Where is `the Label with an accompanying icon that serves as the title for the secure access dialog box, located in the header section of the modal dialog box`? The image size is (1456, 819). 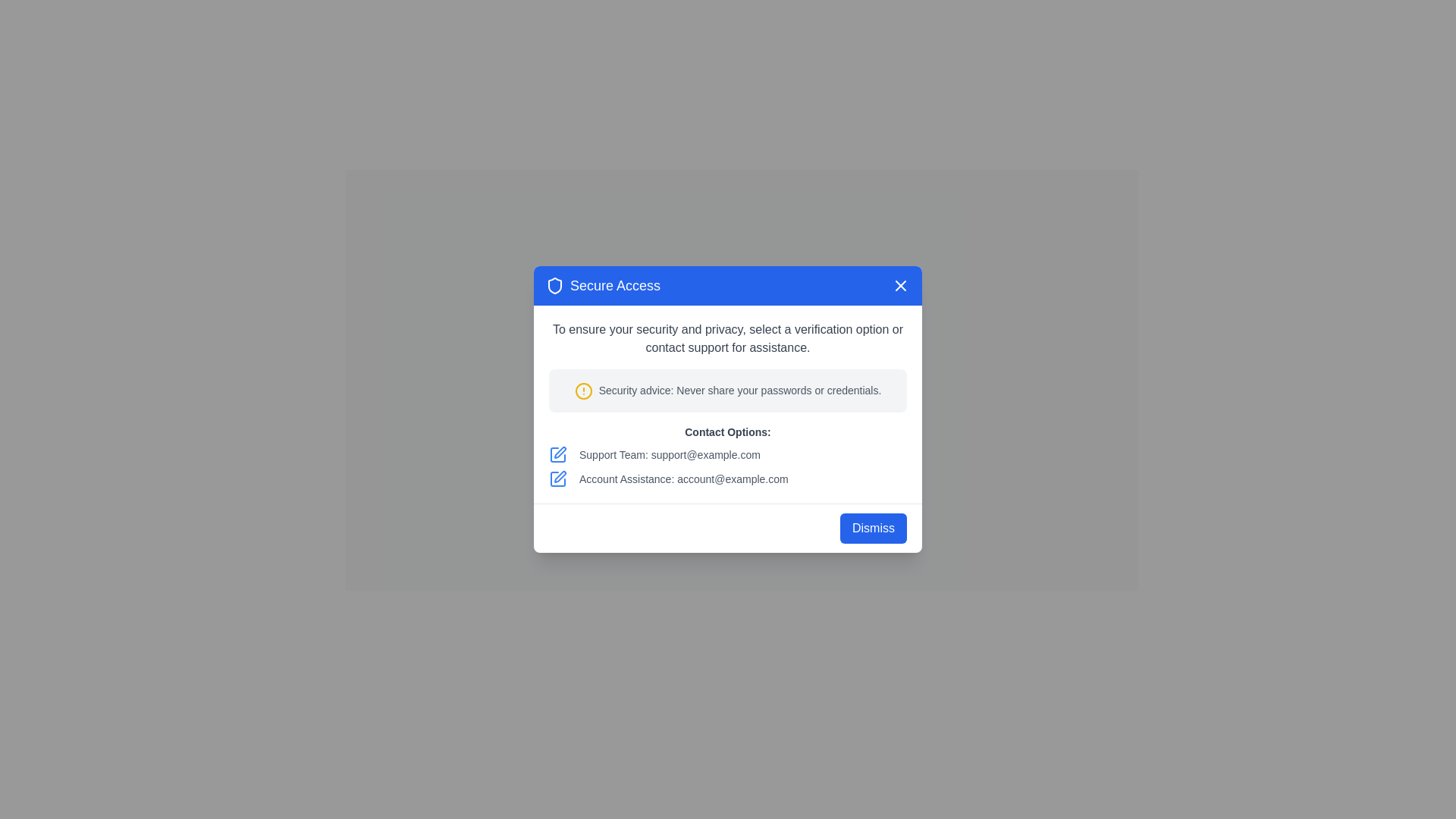 the Label with an accompanying icon that serves as the title for the secure access dialog box, located in the header section of the modal dialog box is located at coordinates (602, 286).